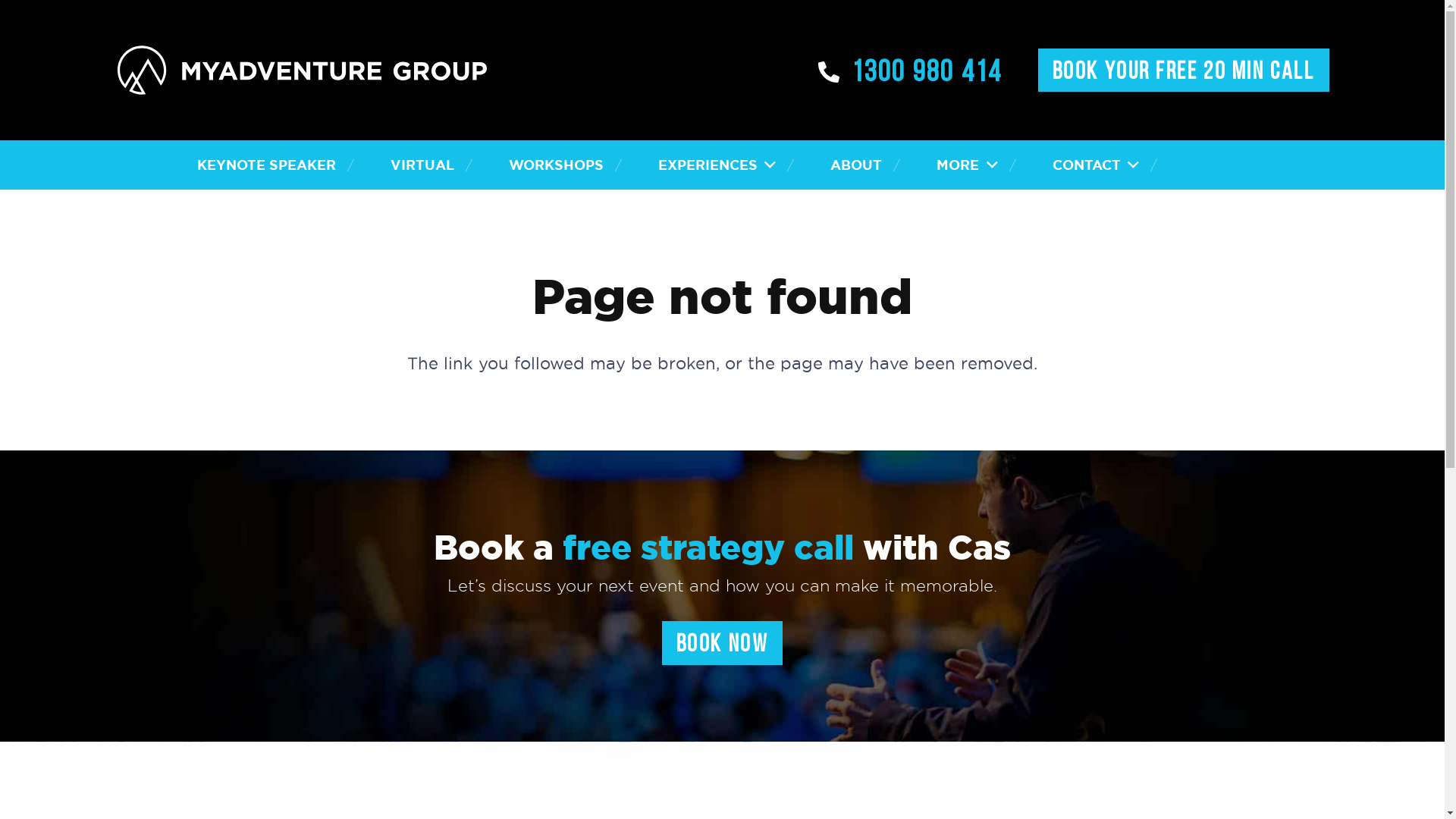 This screenshot has height=819, width=1456. I want to click on '1300 980 414', so click(910, 70).